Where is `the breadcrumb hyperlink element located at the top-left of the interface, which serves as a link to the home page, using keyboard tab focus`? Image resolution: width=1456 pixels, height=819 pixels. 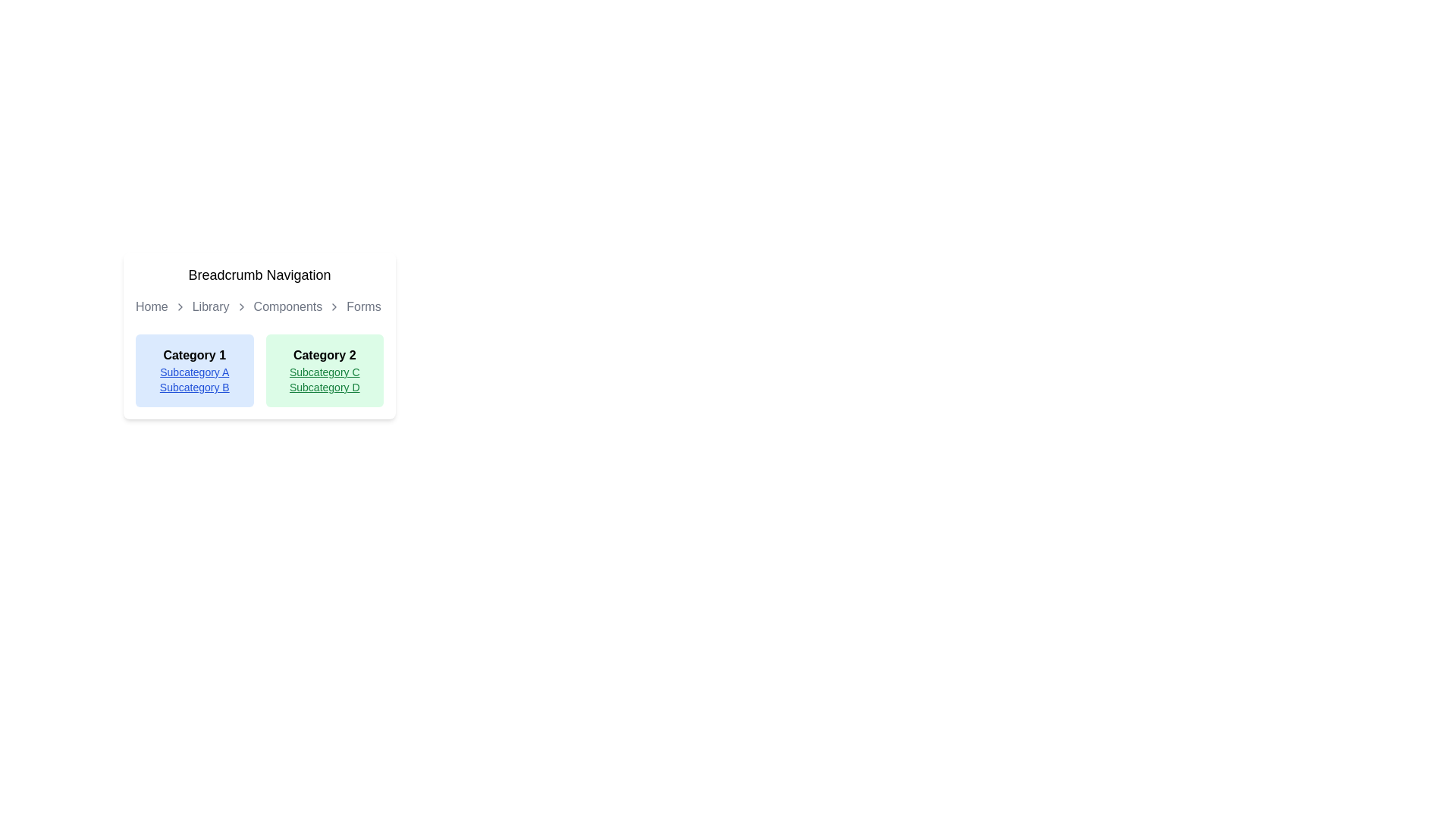 the breadcrumb hyperlink element located at the top-left of the interface, which serves as a link to the home page, using keyboard tab focus is located at coordinates (152, 307).